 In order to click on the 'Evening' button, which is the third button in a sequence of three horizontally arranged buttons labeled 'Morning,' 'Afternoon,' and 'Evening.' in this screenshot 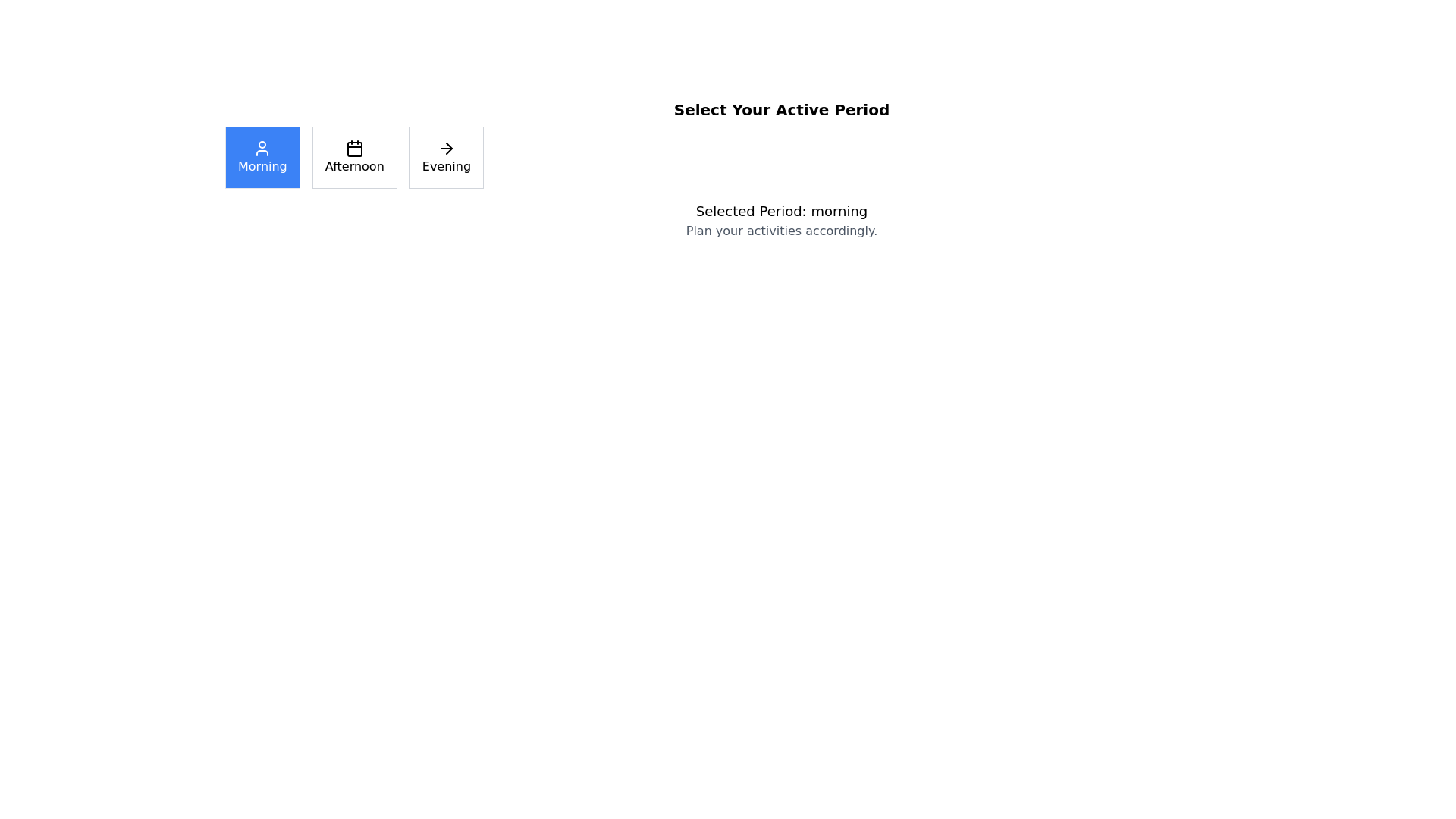, I will do `click(445, 158)`.